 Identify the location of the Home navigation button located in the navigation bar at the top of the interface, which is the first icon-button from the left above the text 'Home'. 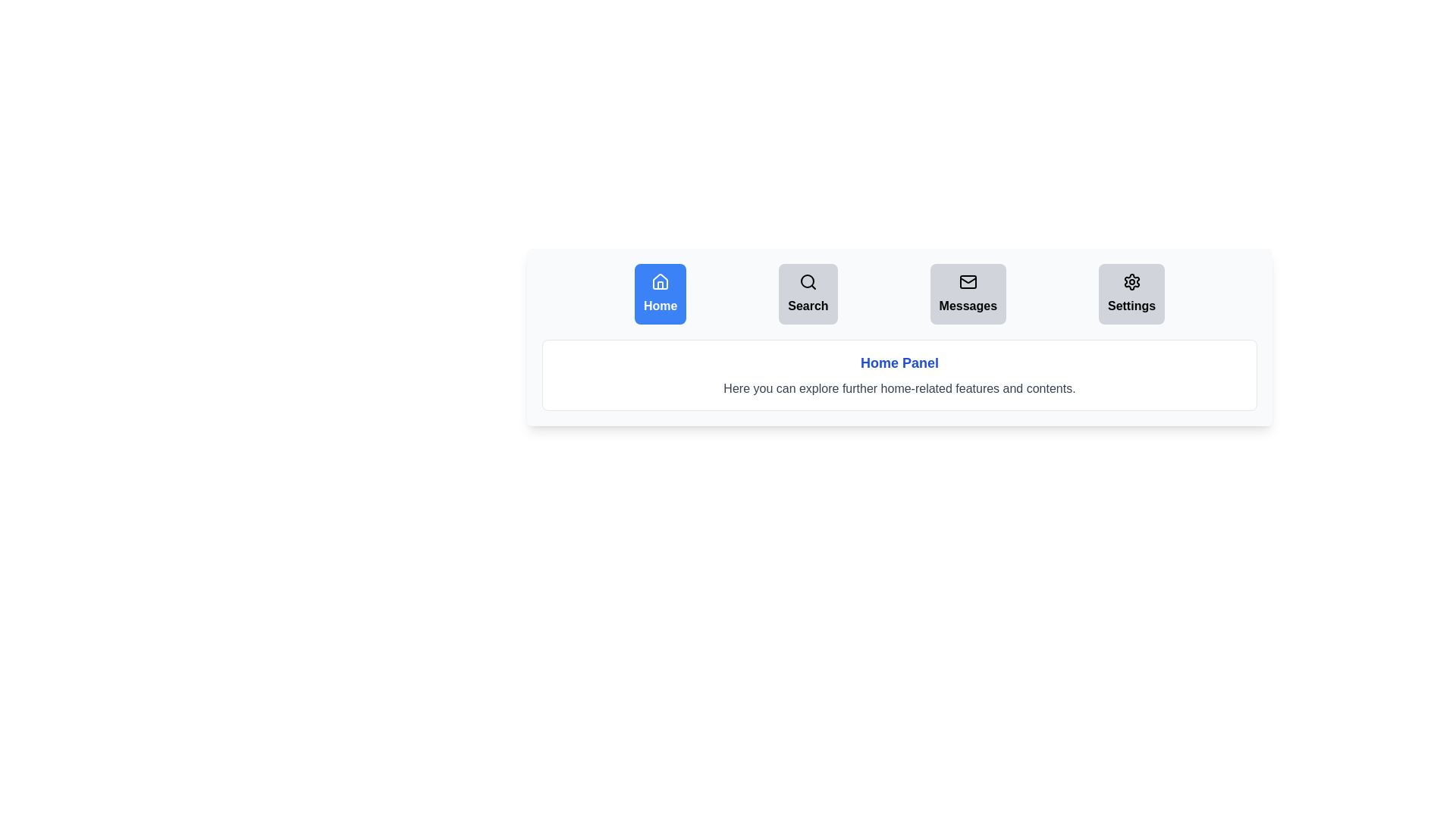
(661, 285).